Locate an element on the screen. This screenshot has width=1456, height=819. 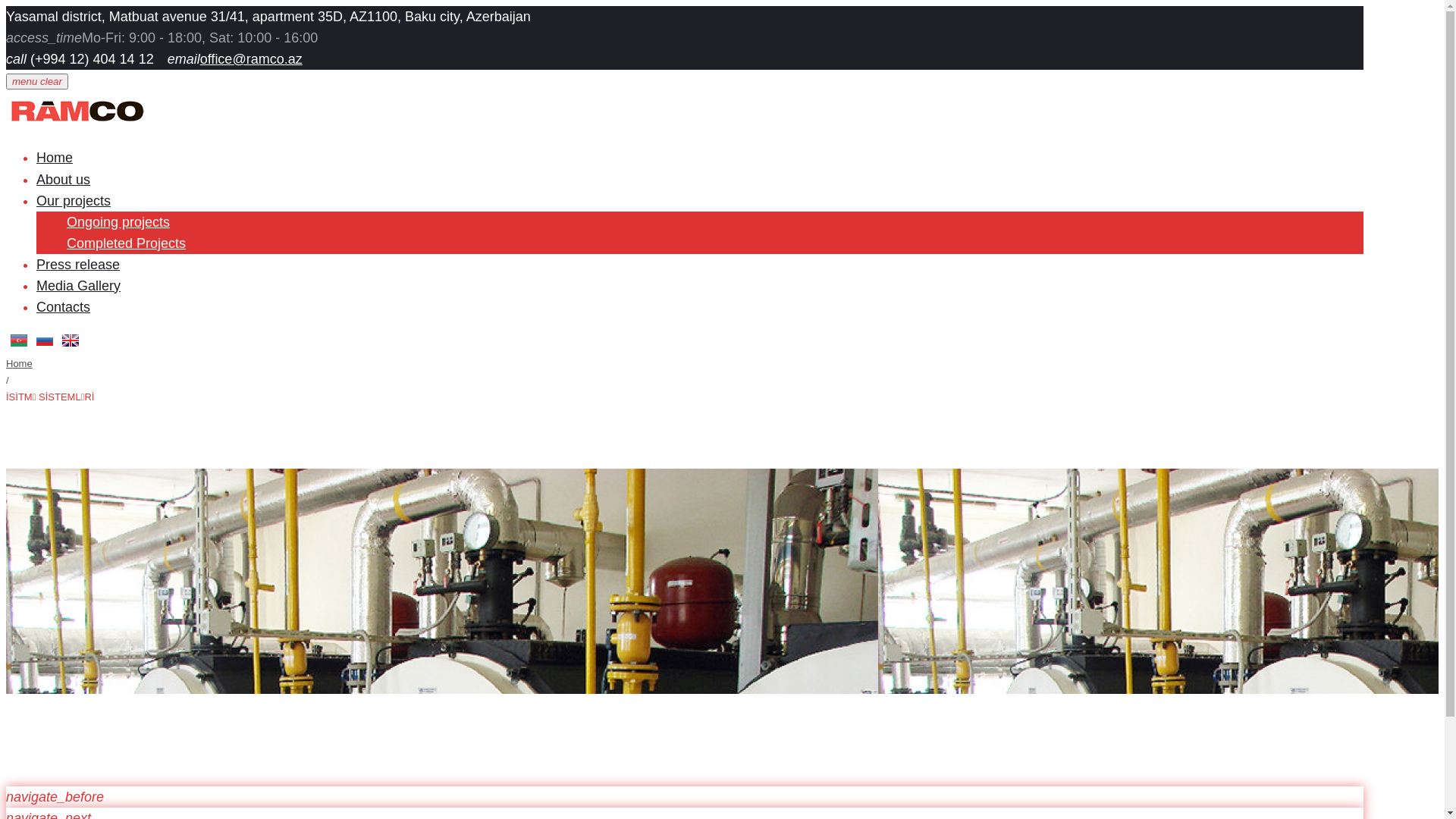
'Completed Projects' is located at coordinates (126, 242).